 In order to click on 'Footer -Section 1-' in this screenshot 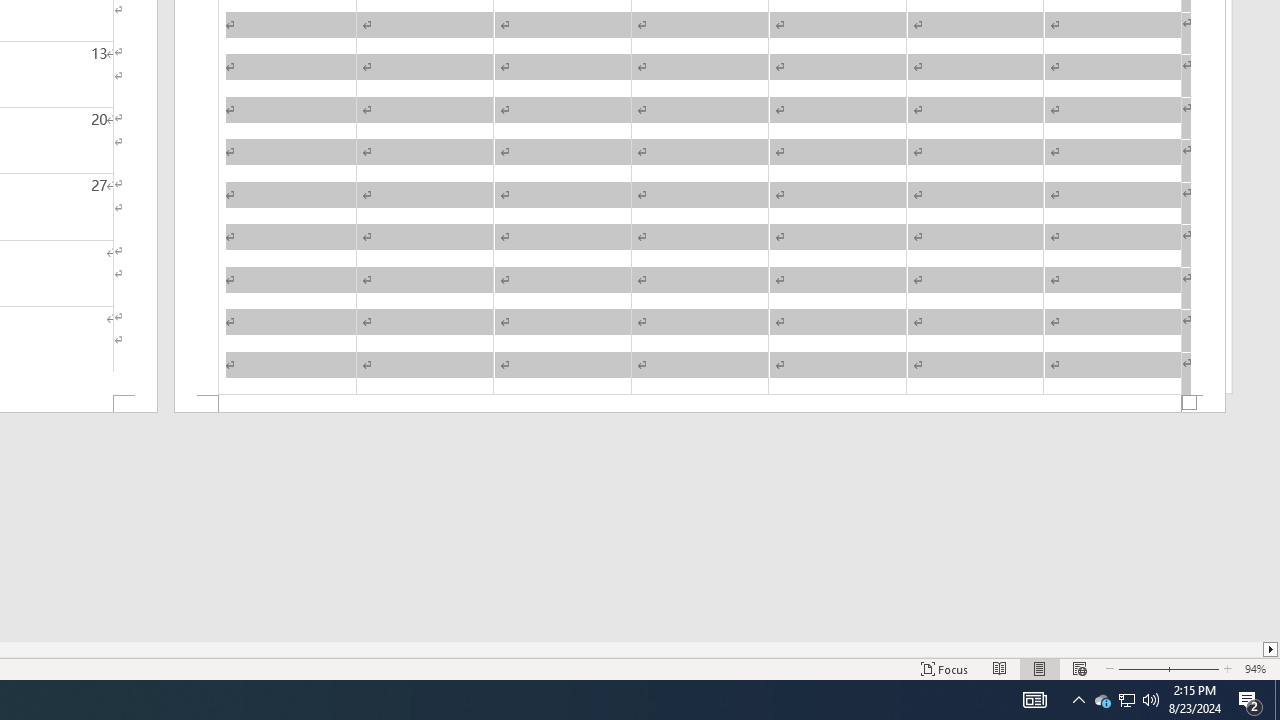, I will do `click(700, 404)`.